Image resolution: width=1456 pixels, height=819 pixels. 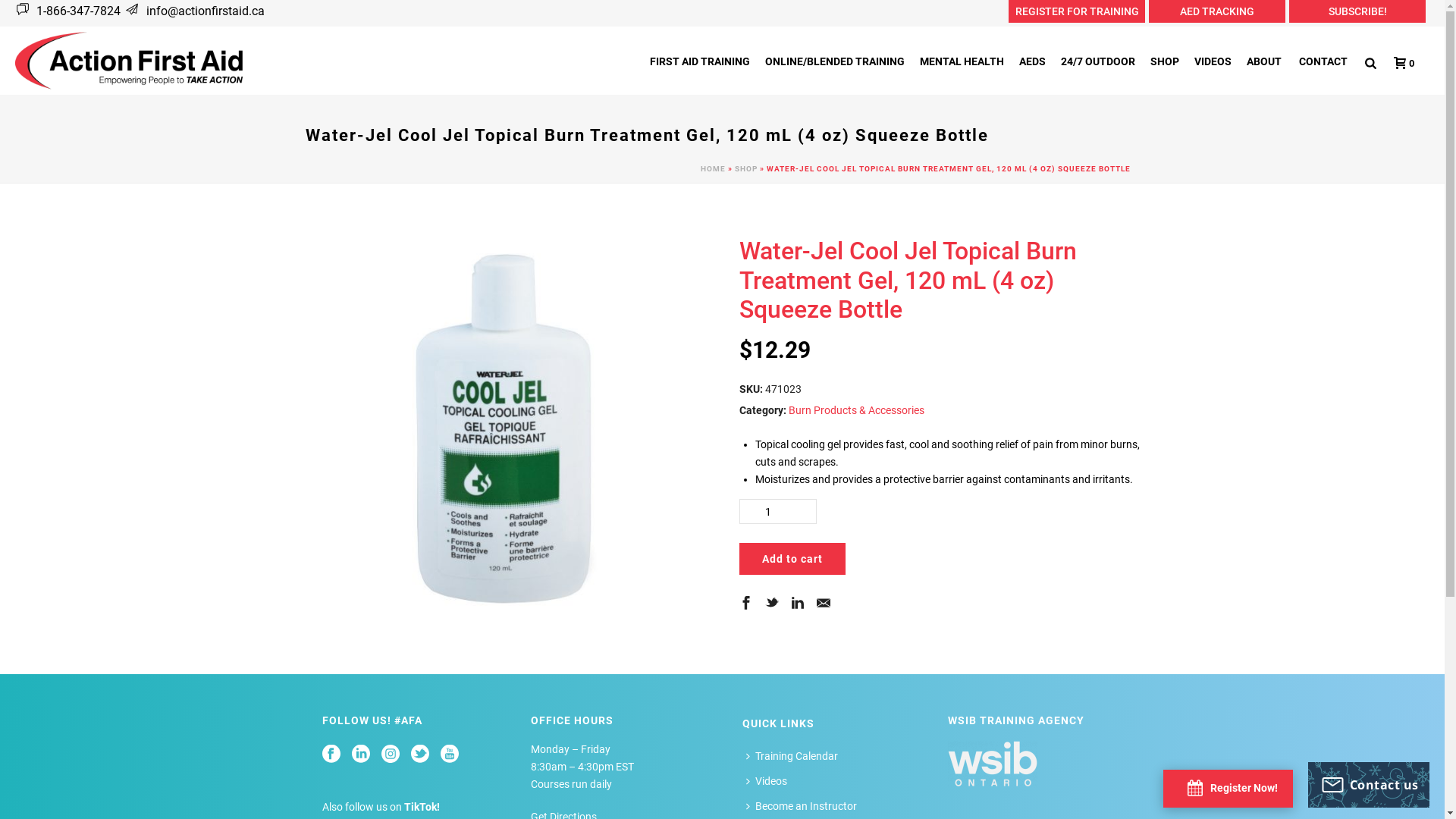 I want to click on 'AEDS', so click(x=1031, y=61).